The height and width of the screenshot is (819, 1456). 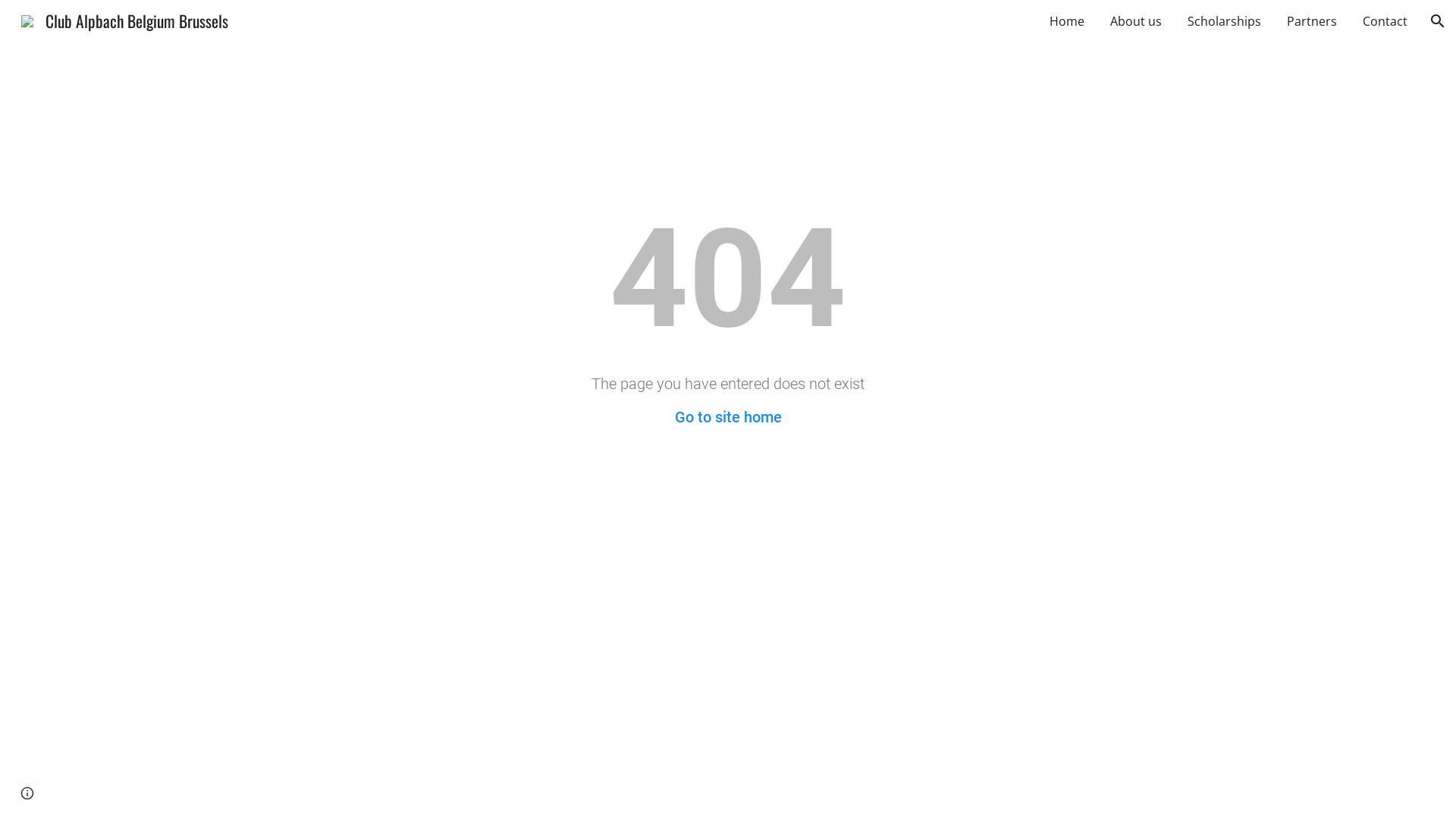 What do you see at coordinates (1065, 20) in the screenshot?
I see `'Home'` at bounding box center [1065, 20].